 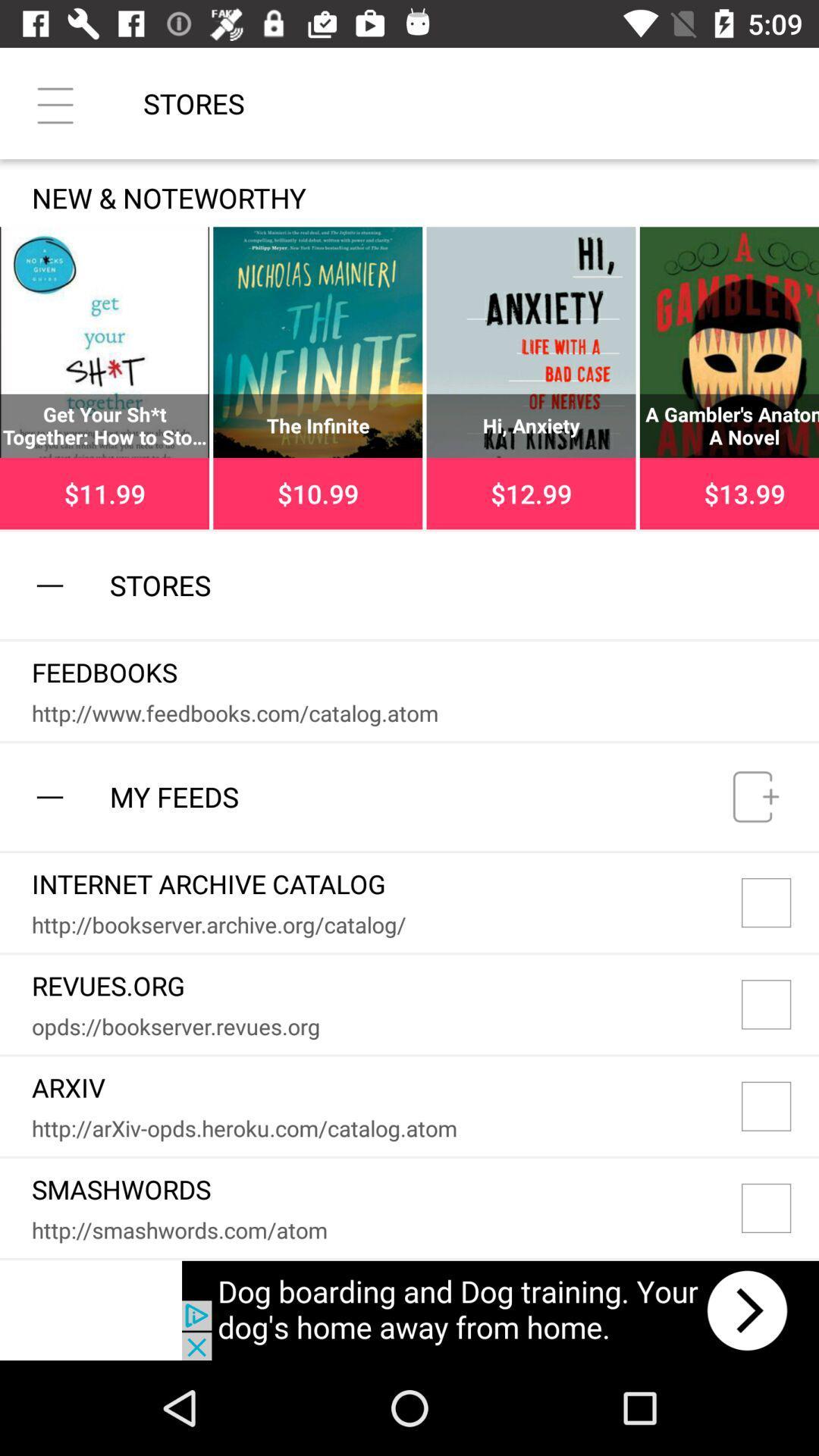 I want to click on third thumbnail, so click(x=531, y=378).